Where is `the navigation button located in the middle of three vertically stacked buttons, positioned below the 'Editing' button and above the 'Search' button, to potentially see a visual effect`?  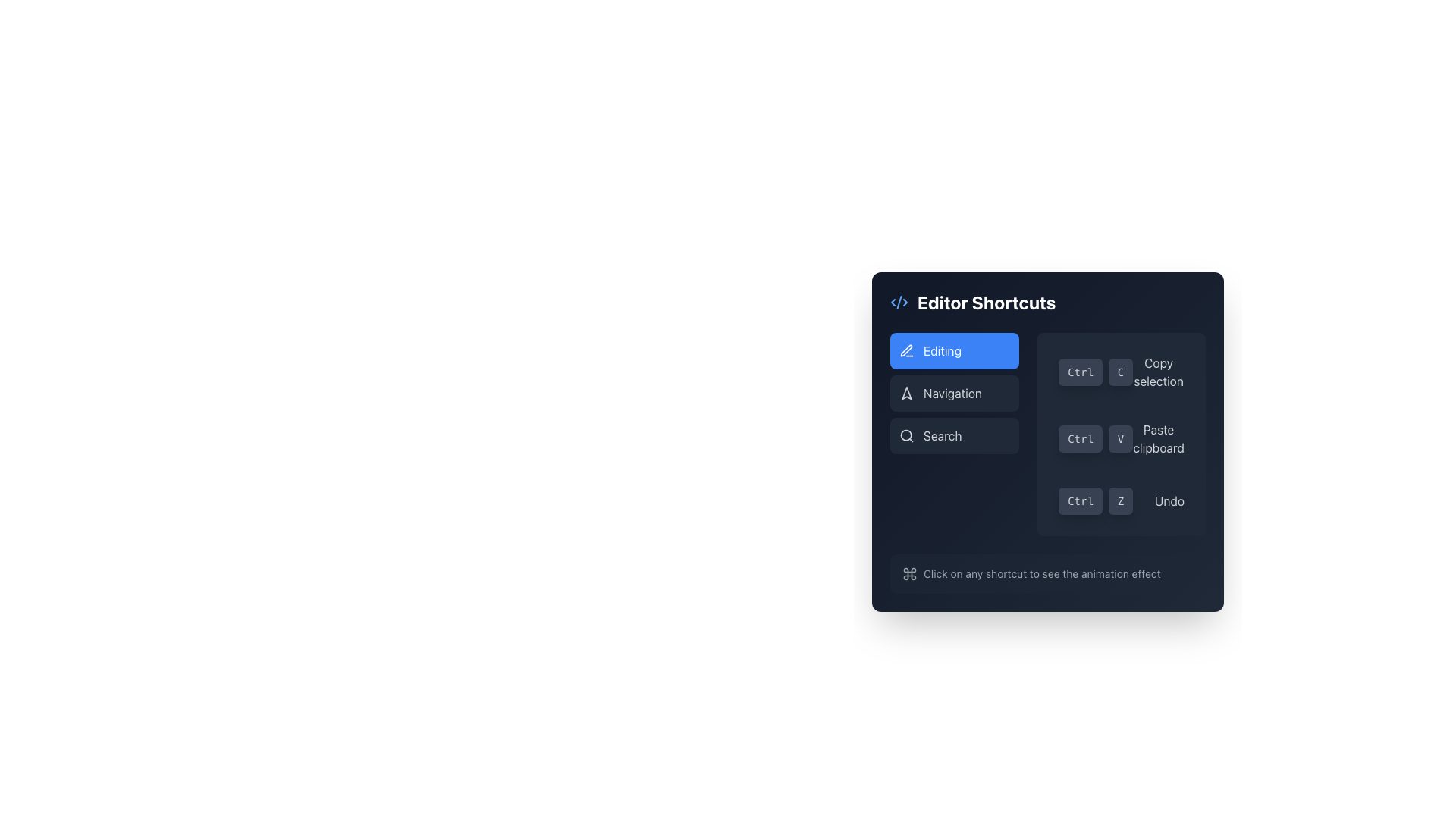 the navigation button located in the middle of three vertically stacked buttons, positioned below the 'Editing' button and above the 'Search' button, to potentially see a visual effect is located at coordinates (954, 393).